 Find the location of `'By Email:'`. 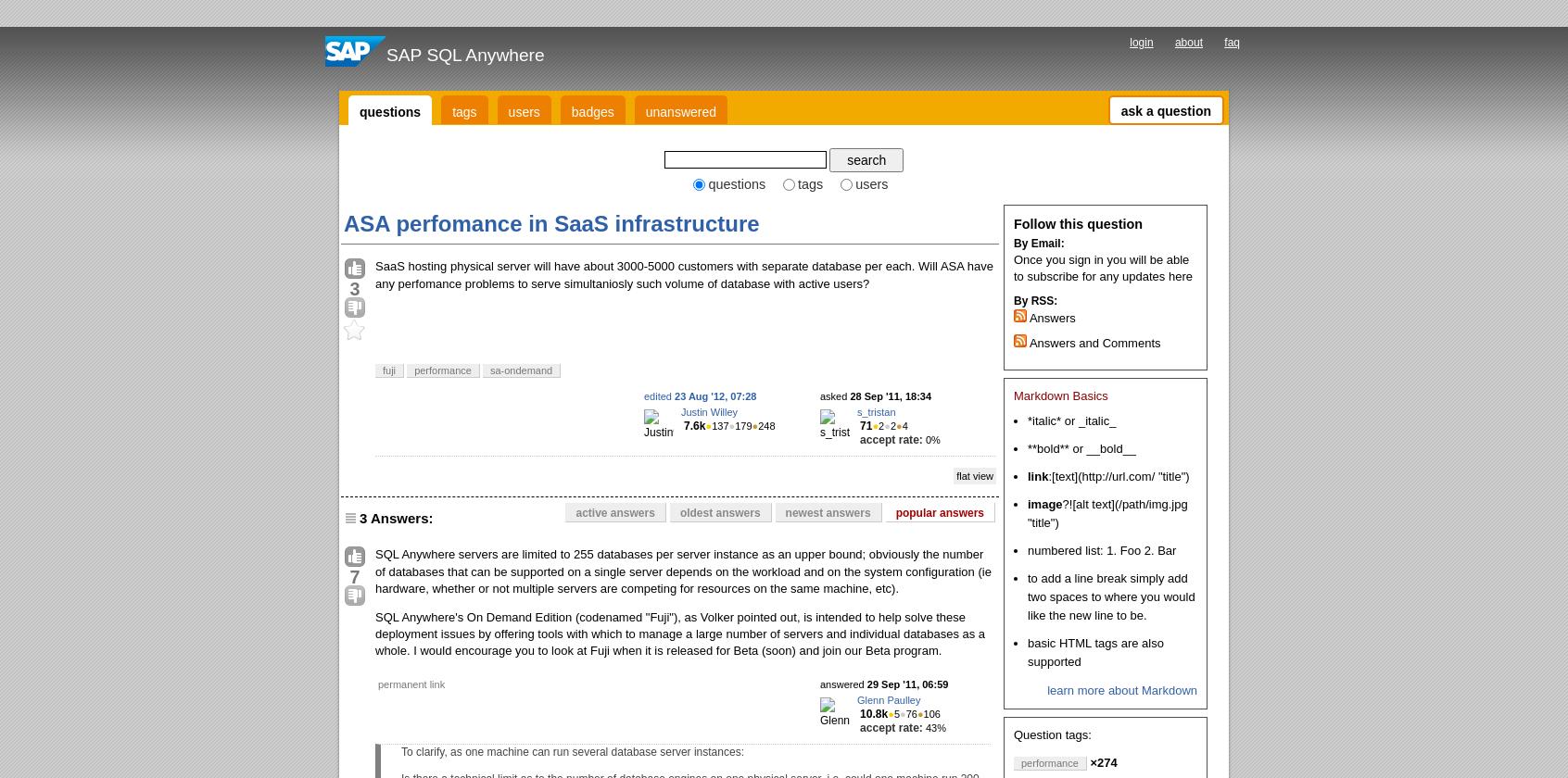

'By Email:' is located at coordinates (1014, 242).